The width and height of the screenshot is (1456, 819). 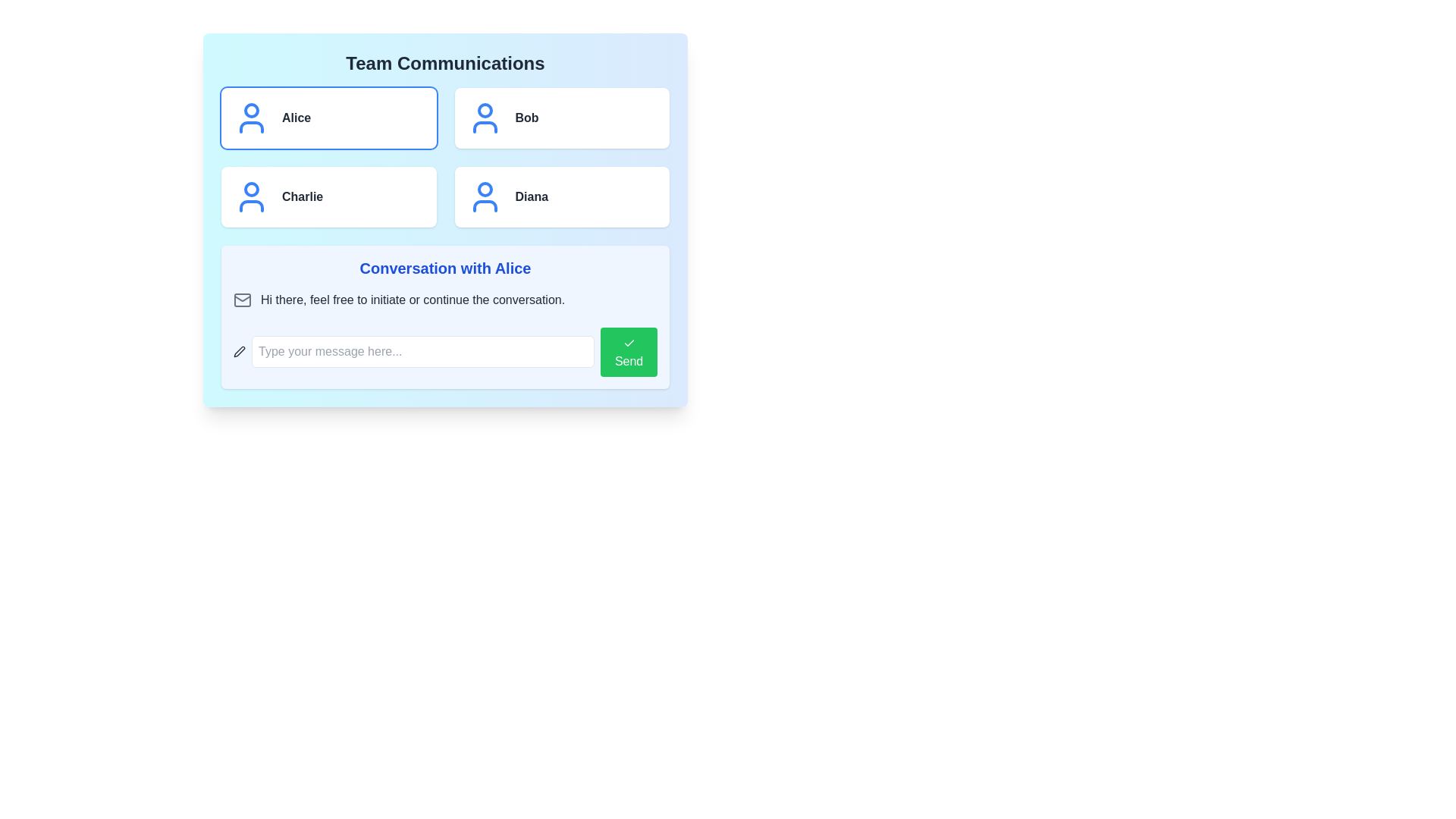 What do you see at coordinates (561, 117) in the screenshot?
I see `the second selectable card in the list of user profiles under 'Team Communications'` at bounding box center [561, 117].